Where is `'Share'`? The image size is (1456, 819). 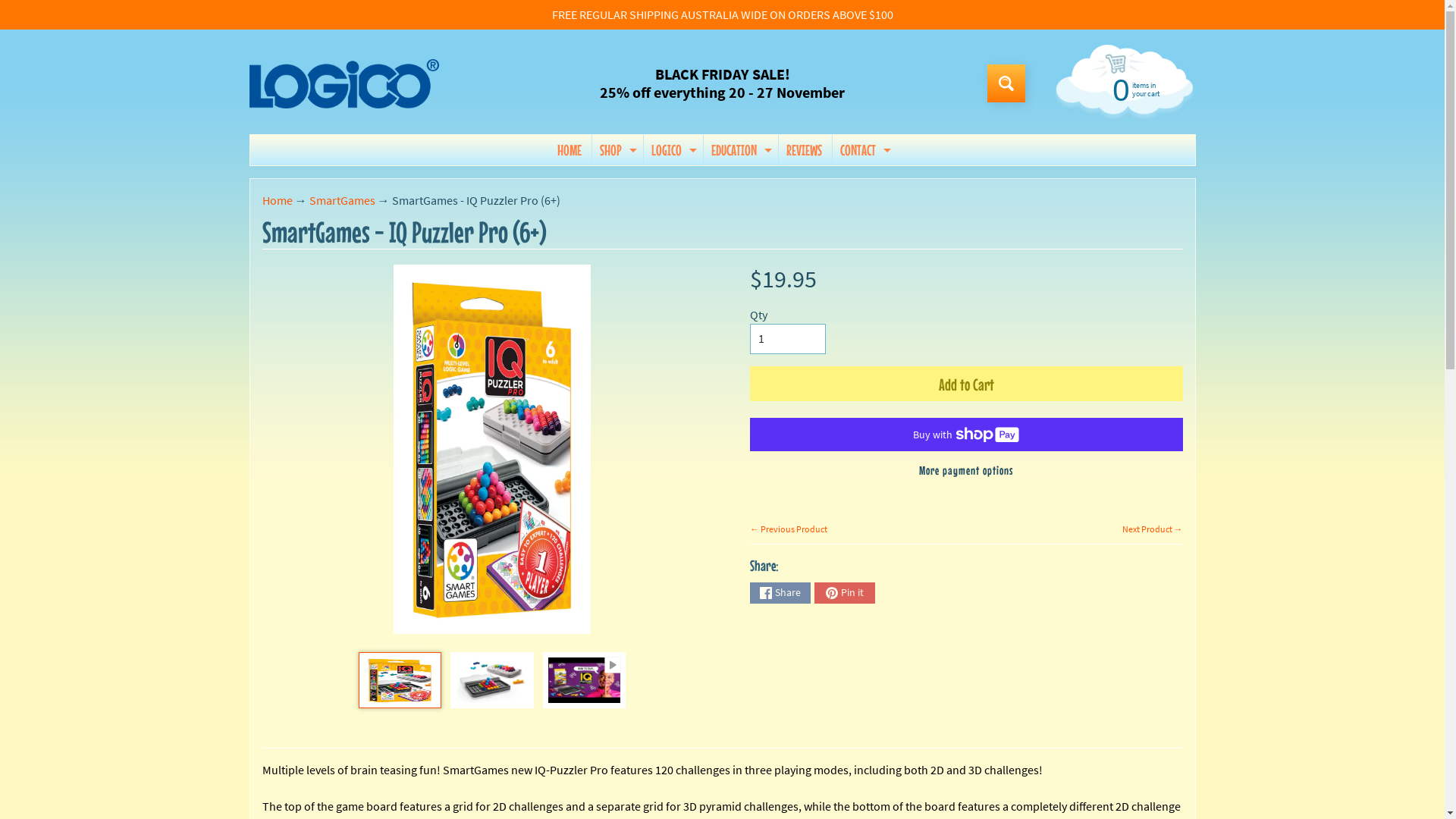 'Share' is located at coordinates (780, 592).